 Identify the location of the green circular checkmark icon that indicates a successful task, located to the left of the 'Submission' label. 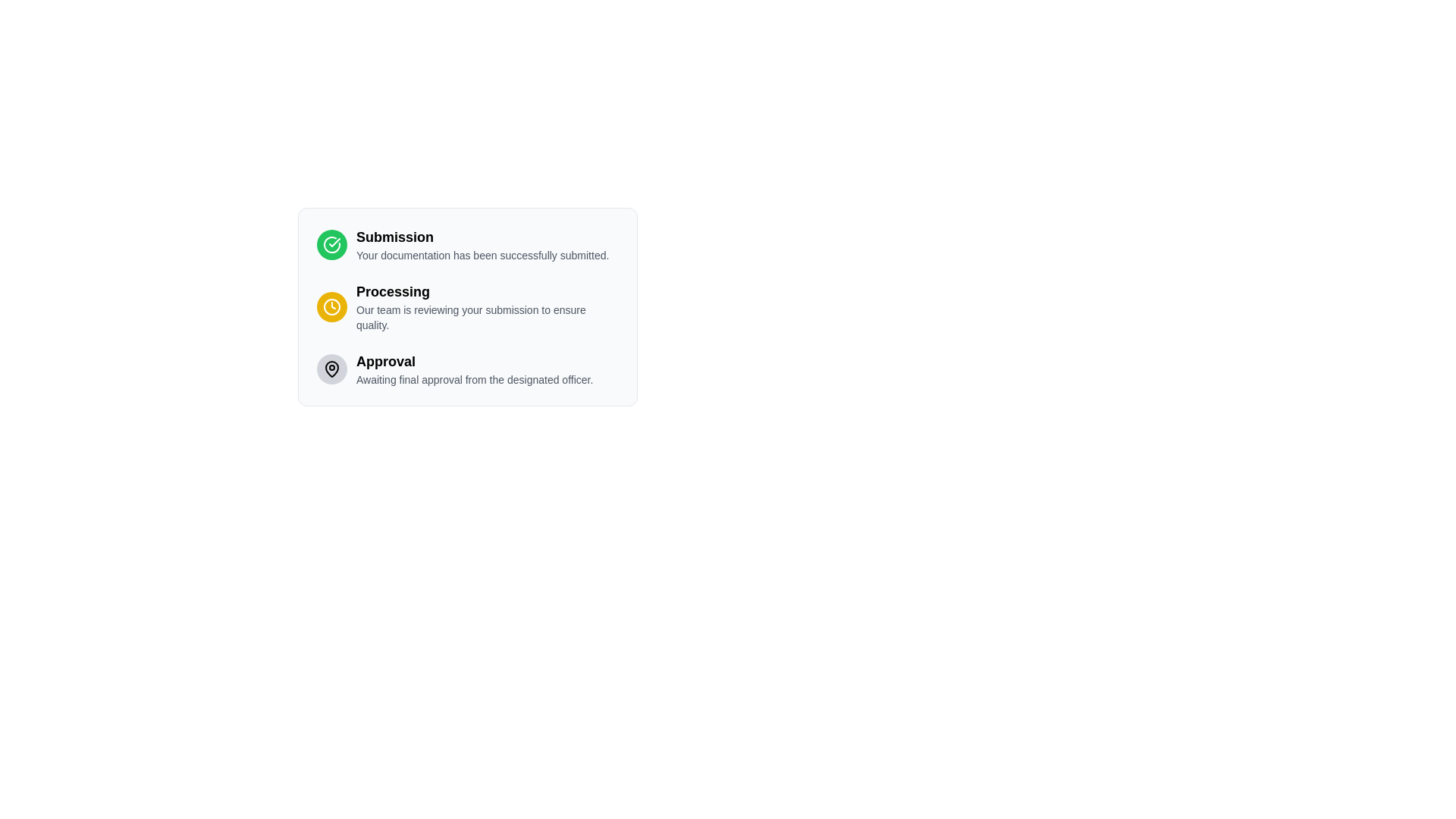
(331, 244).